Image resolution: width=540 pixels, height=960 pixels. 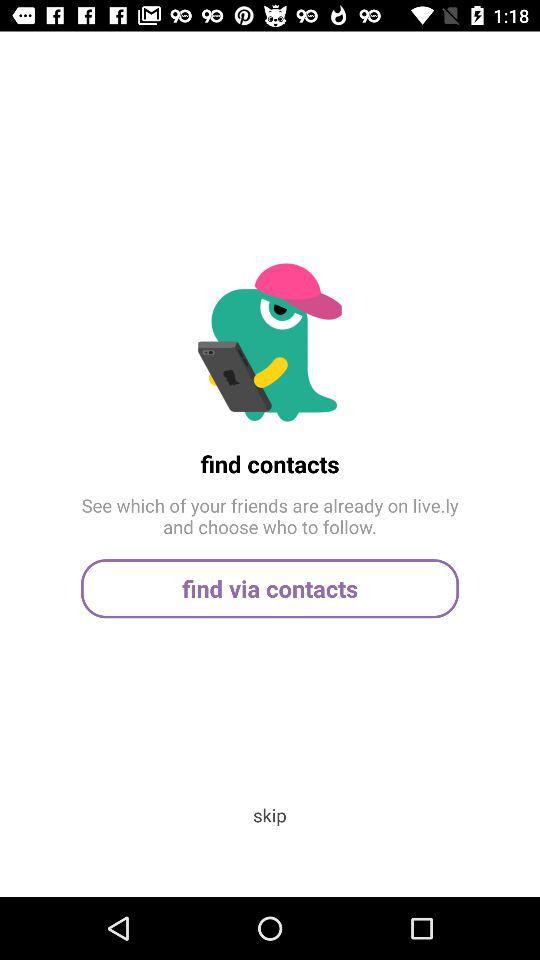 I want to click on the skip app, so click(x=269, y=815).